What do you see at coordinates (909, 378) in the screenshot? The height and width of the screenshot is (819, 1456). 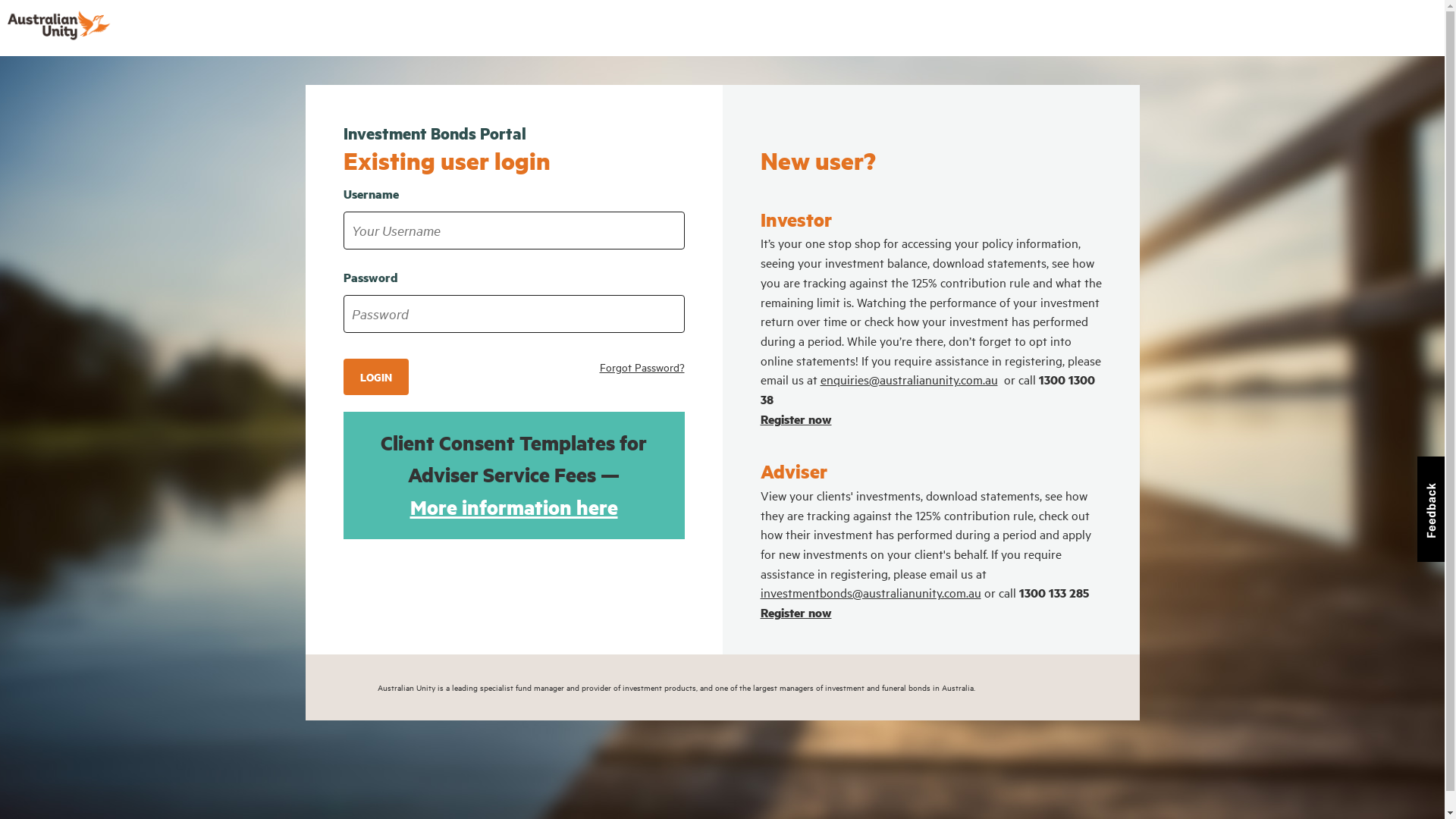 I see `'enquiries@australianunity.com.au'` at bounding box center [909, 378].